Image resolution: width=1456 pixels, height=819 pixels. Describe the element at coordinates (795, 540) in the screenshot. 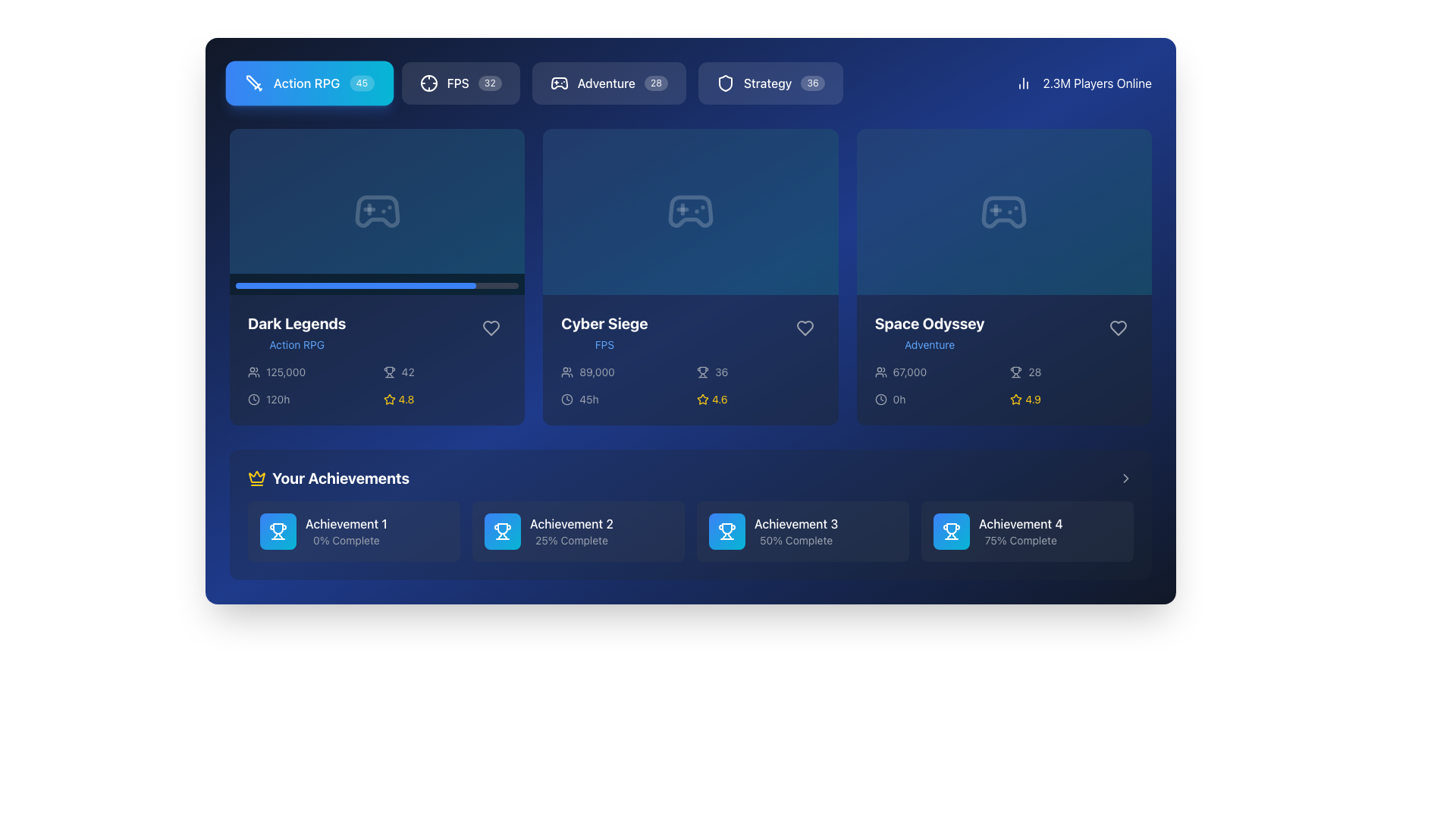

I see `the progress percentage text label of 'Achievement 3' located underneath the title in the third achievement card within the 'Your Achievements' section` at that location.